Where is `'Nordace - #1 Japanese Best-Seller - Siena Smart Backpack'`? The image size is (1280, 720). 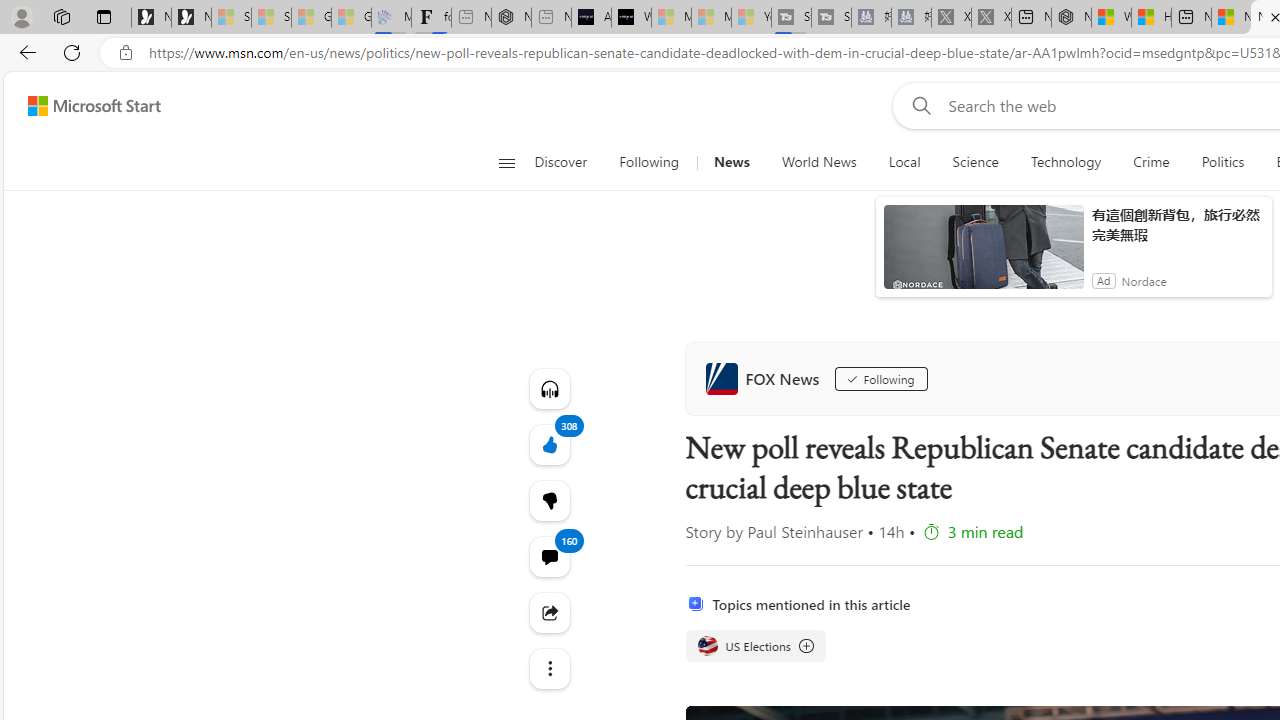
'Nordace - #1 Japanese Best-Seller - Siena Smart Backpack' is located at coordinates (511, 17).